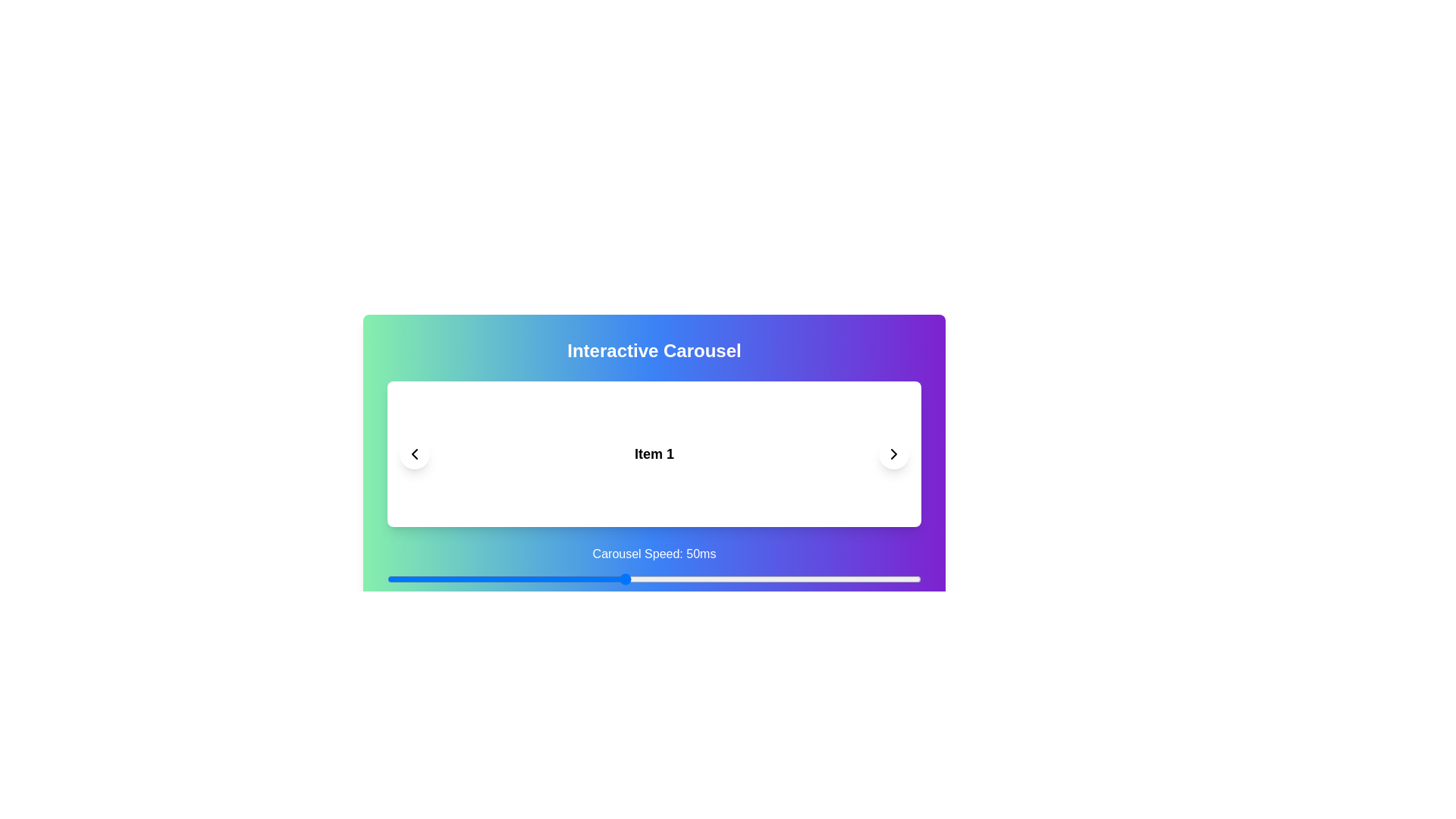 This screenshot has width=1456, height=819. What do you see at coordinates (773, 579) in the screenshot?
I see `the carousel speed slider to 75 ms` at bounding box center [773, 579].